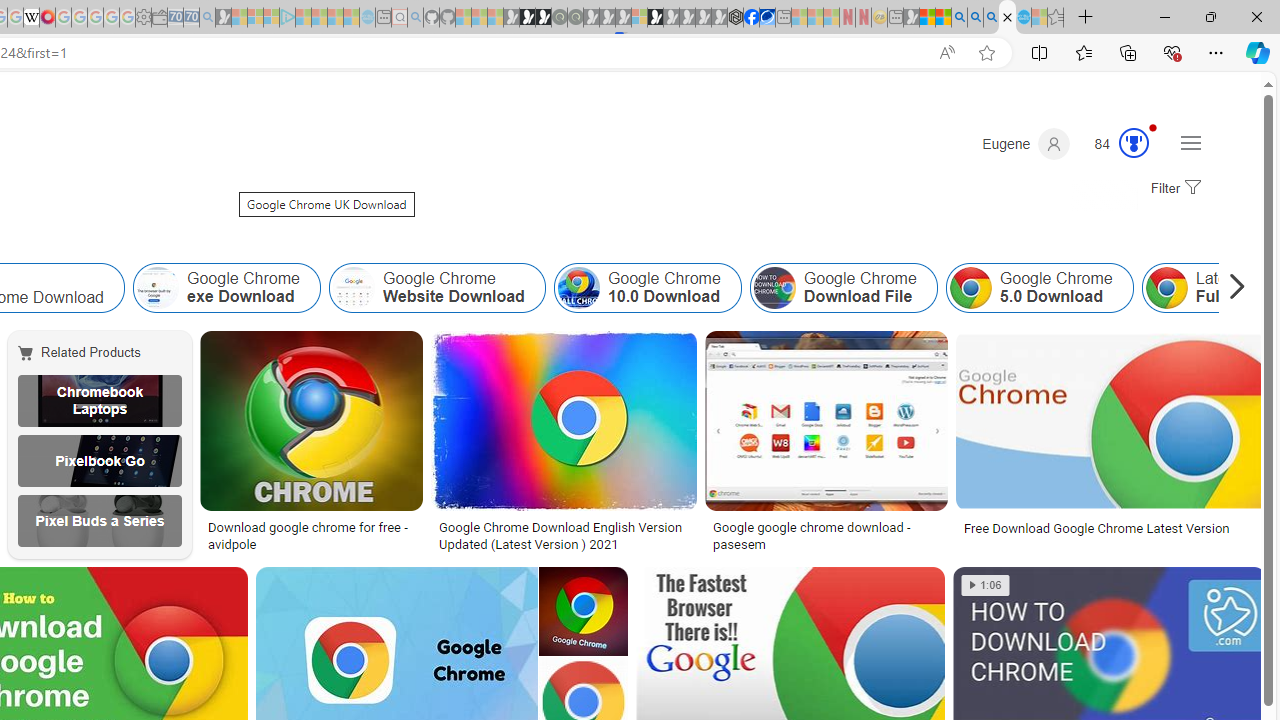 Image resolution: width=1280 pixels, height=720 pixels. Describe the element at coordinates (577, 288) in the screenshot. I see `'Google Chrome 10.0 Download'` at that location.